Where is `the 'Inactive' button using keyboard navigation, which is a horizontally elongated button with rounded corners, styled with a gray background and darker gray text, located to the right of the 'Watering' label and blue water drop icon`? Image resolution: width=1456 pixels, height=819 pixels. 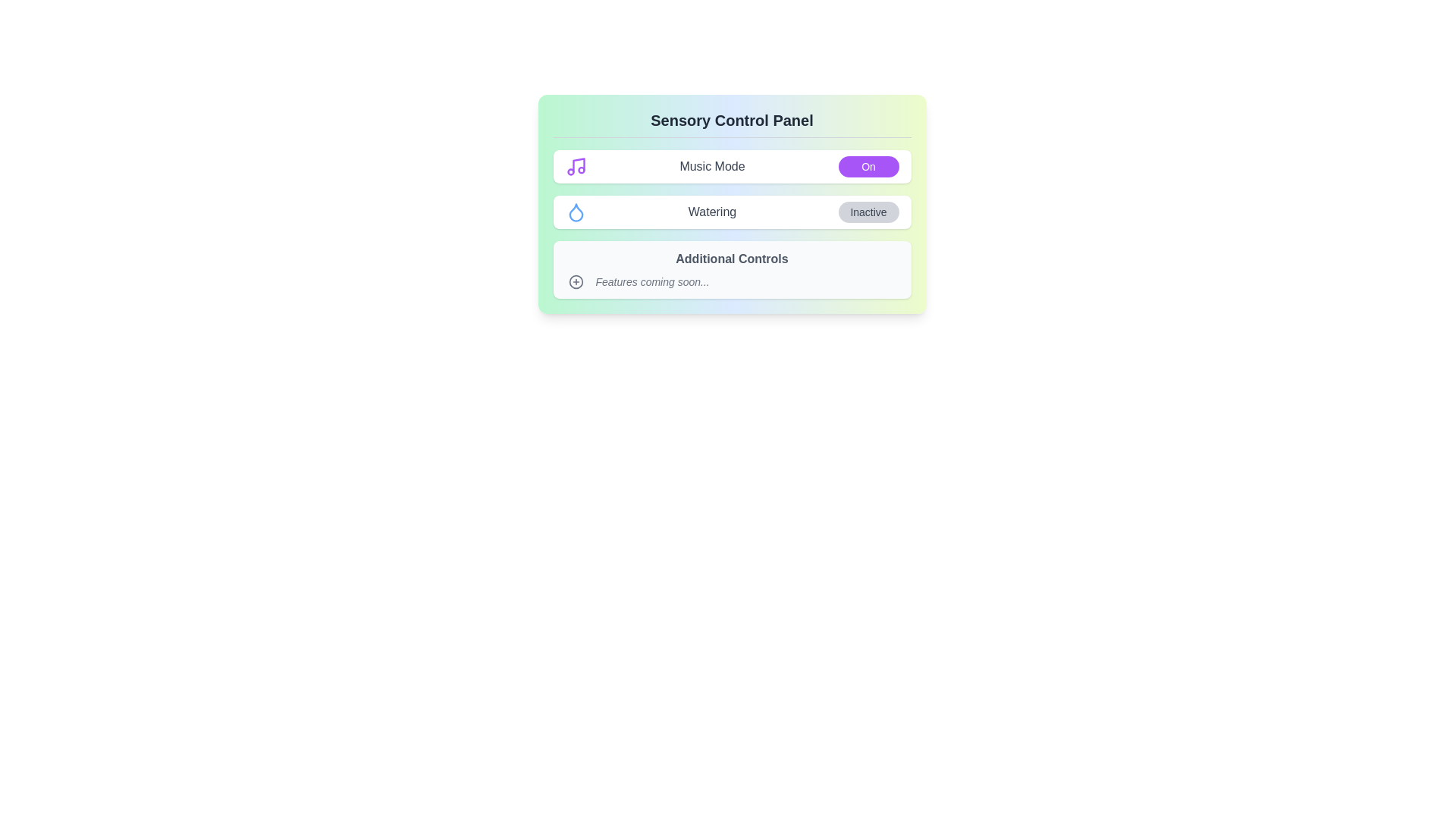
the 'Inactive' button using keyboard navigation, which is a horizontally elongated button with rounded corners, styled with a gray background and darker gray text, located to the right of the 'Watering' label and blue water drop icon is located at coordinates (868, 212).